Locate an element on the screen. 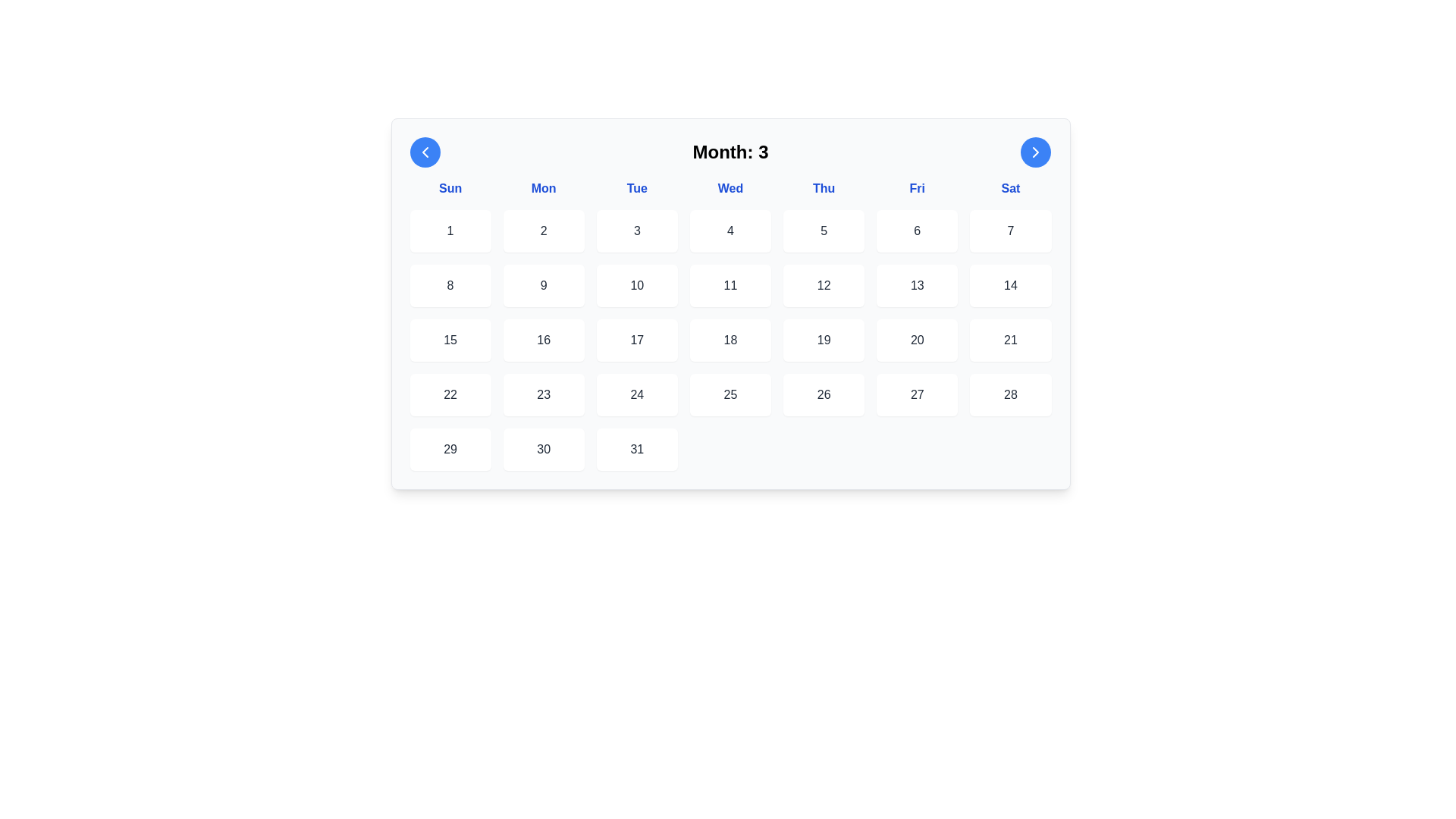 This screenshot has width=1456, height=819. the day cell is located at coordinates (730, 339).